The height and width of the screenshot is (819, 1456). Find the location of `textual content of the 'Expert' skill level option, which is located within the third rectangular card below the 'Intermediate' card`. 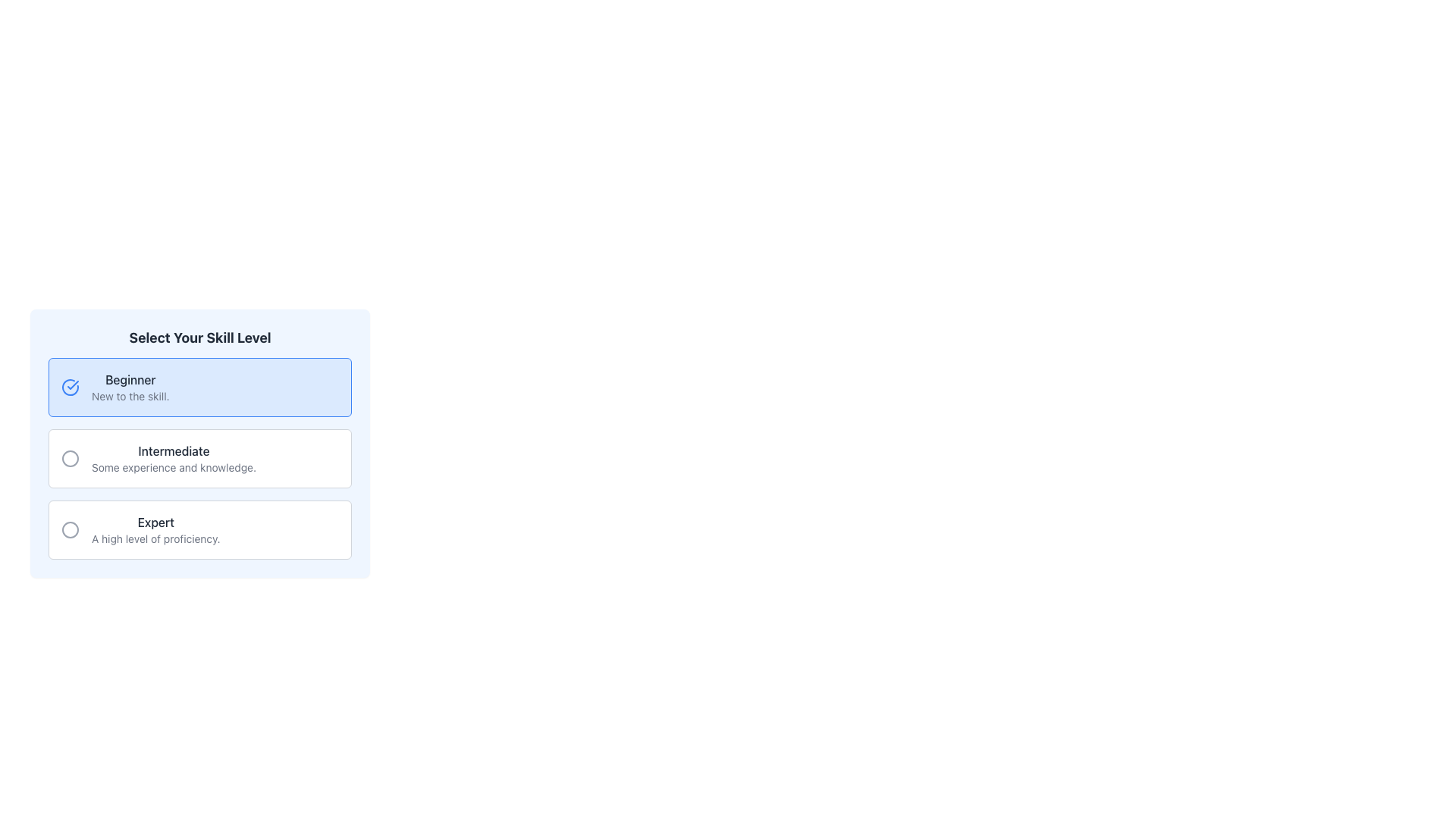

textual content of the 'Expert' skill level option, which is located within the third rectangular card below the 'Intermediate' card is located at coordinates (155, 529).